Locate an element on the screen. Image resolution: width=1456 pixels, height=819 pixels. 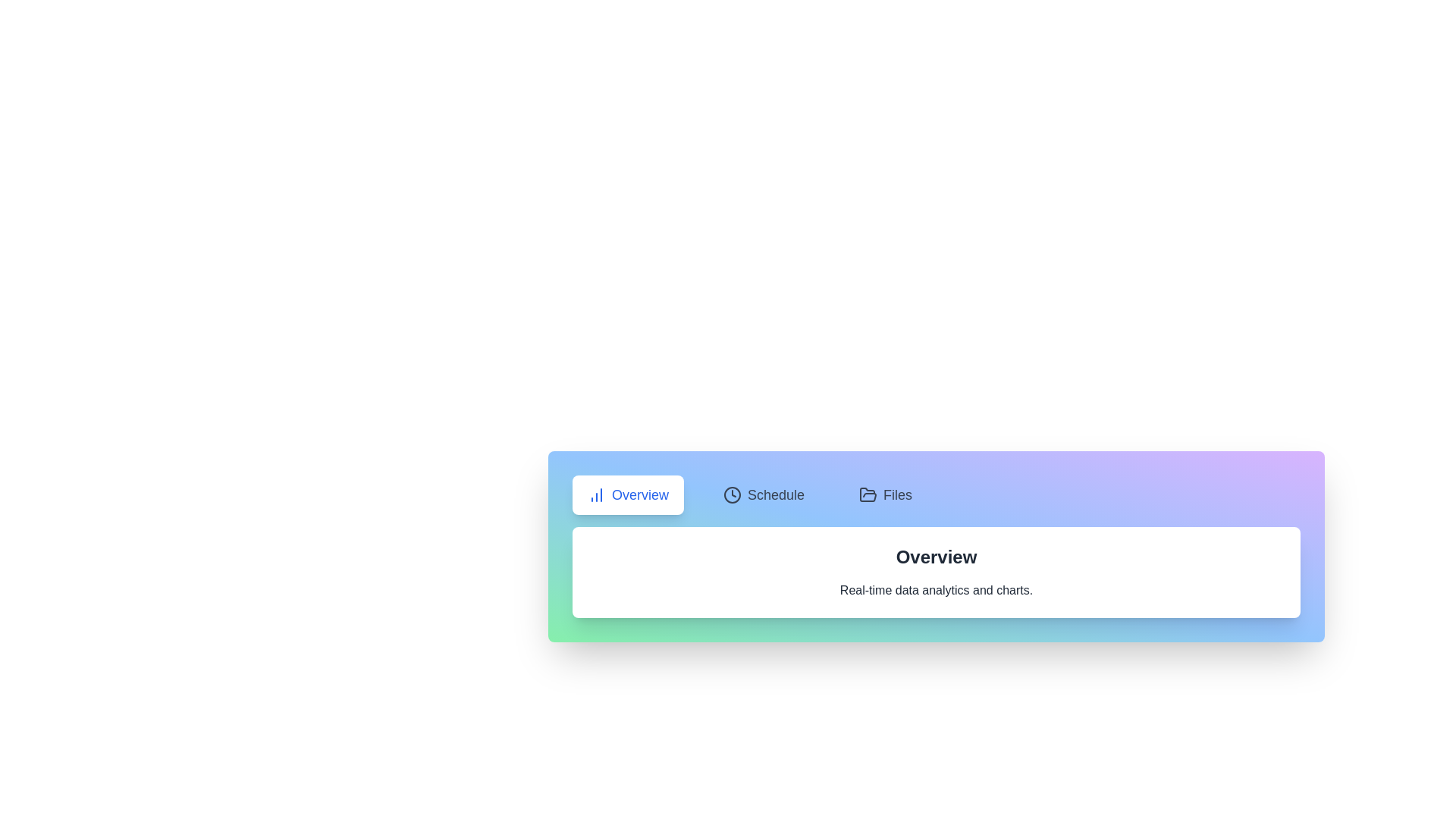
the Schedule tab by clicking on its button is located at coordinates (764, 494).